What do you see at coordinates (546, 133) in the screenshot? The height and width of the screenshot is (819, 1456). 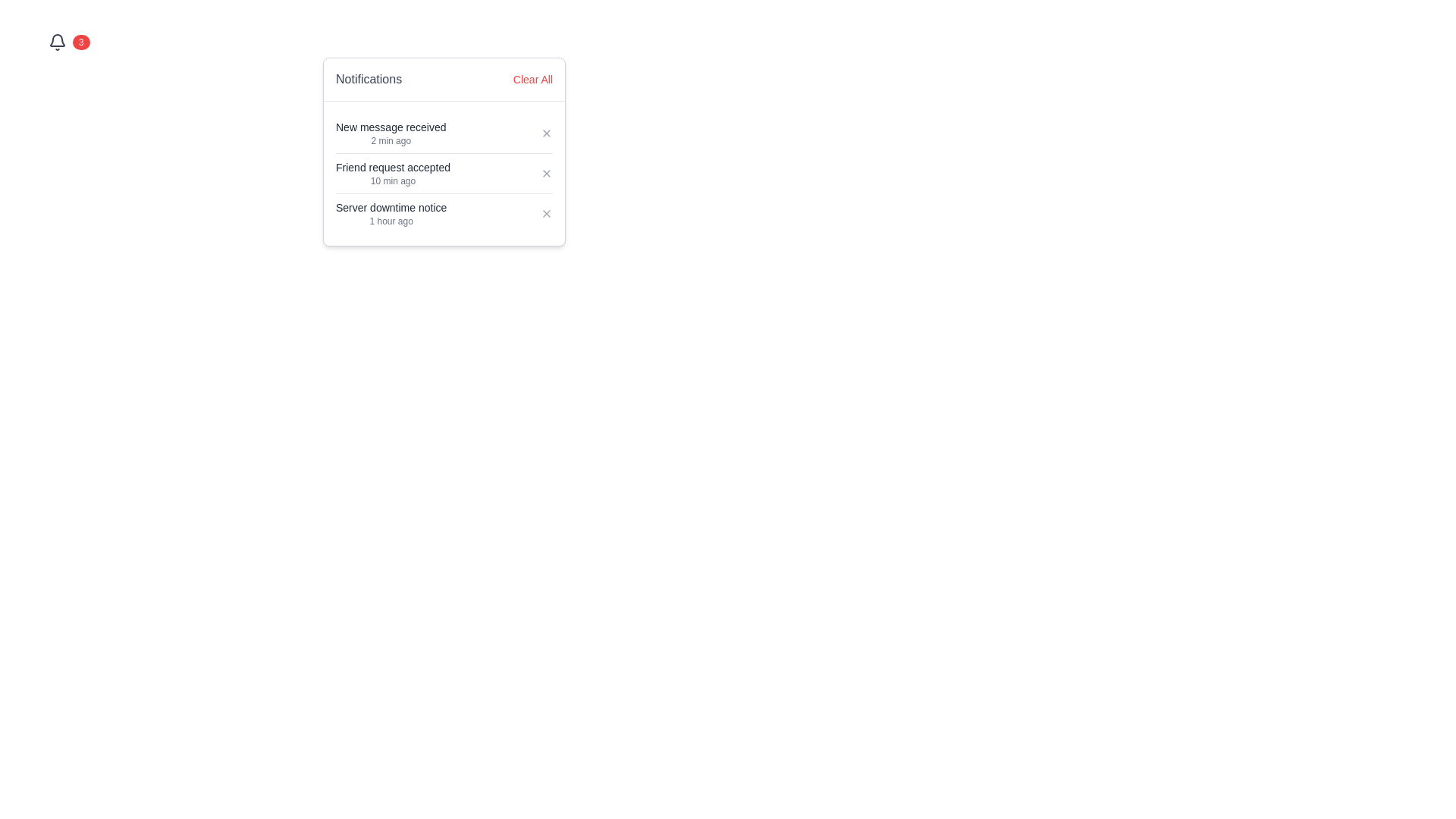 I see `the close button represented by a gray X symbol located to the right of the 'New message received' text within the topmost notification entry in the notifications dropdown` at bounding box center [546, 133].